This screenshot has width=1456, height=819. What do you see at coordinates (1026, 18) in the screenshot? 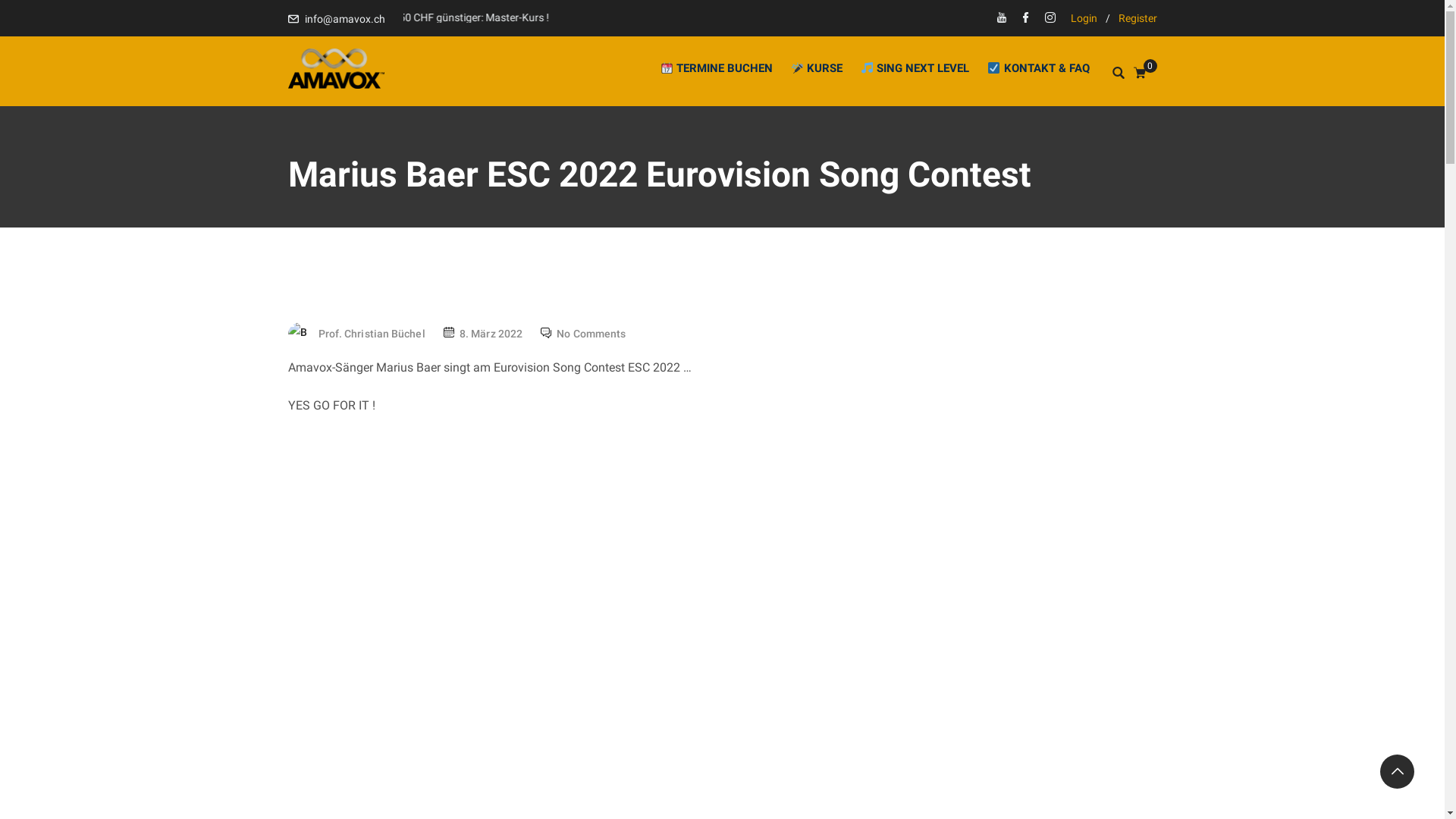
I see `'Facebook'` at bounding box center [1026, 18].